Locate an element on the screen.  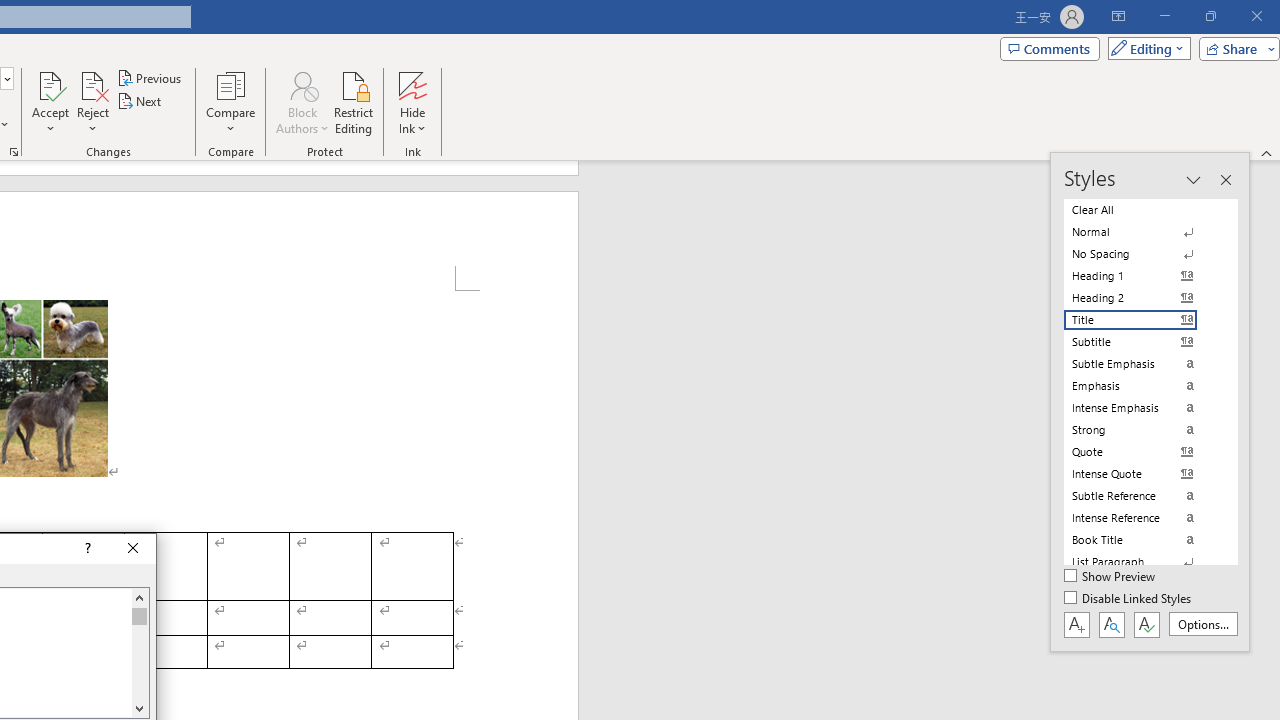
'Show Preview' is located at coordinates (1110, 577).